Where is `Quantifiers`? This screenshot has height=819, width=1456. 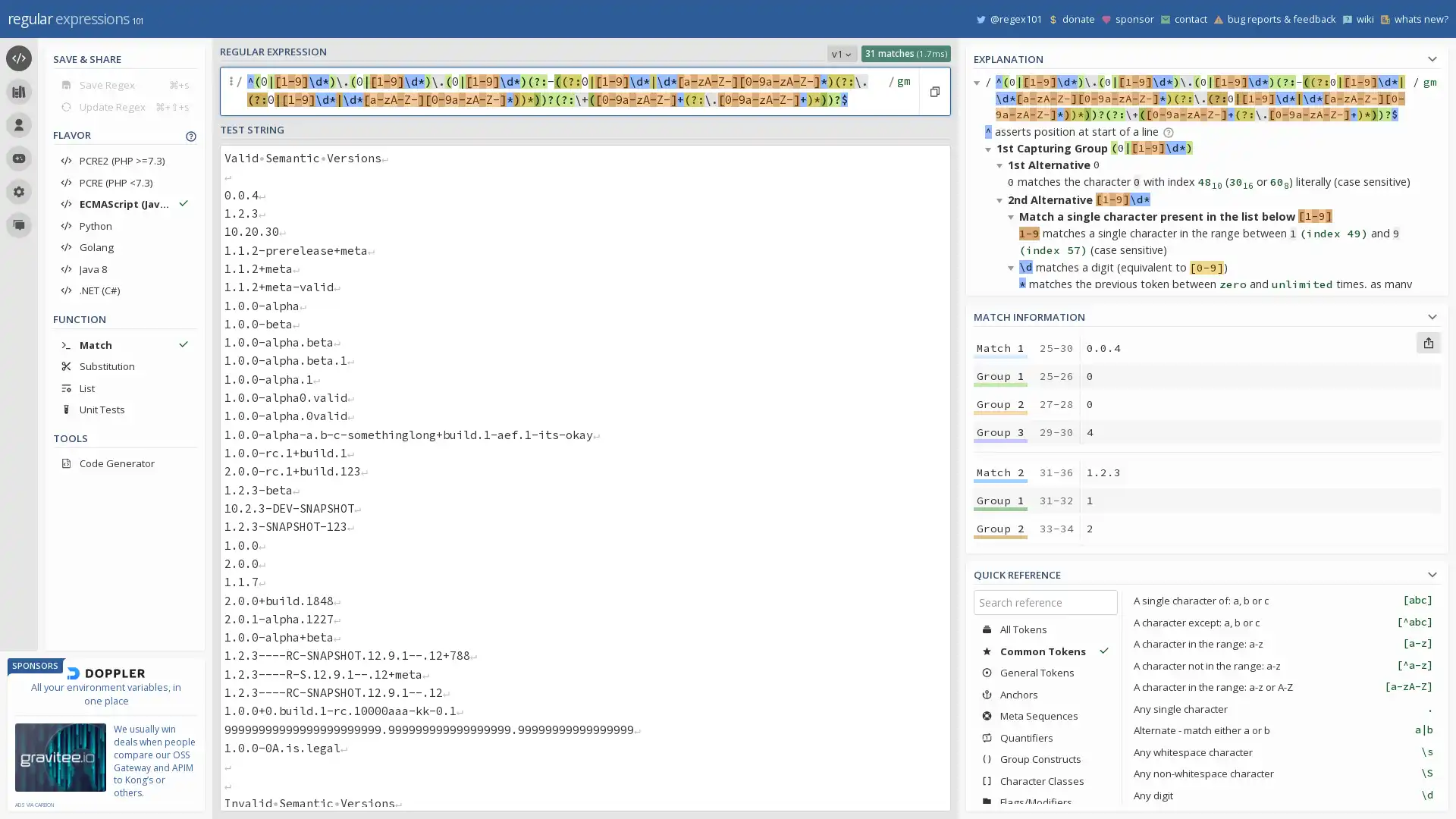 Quantifiers is located at coordinates (1044, 736).